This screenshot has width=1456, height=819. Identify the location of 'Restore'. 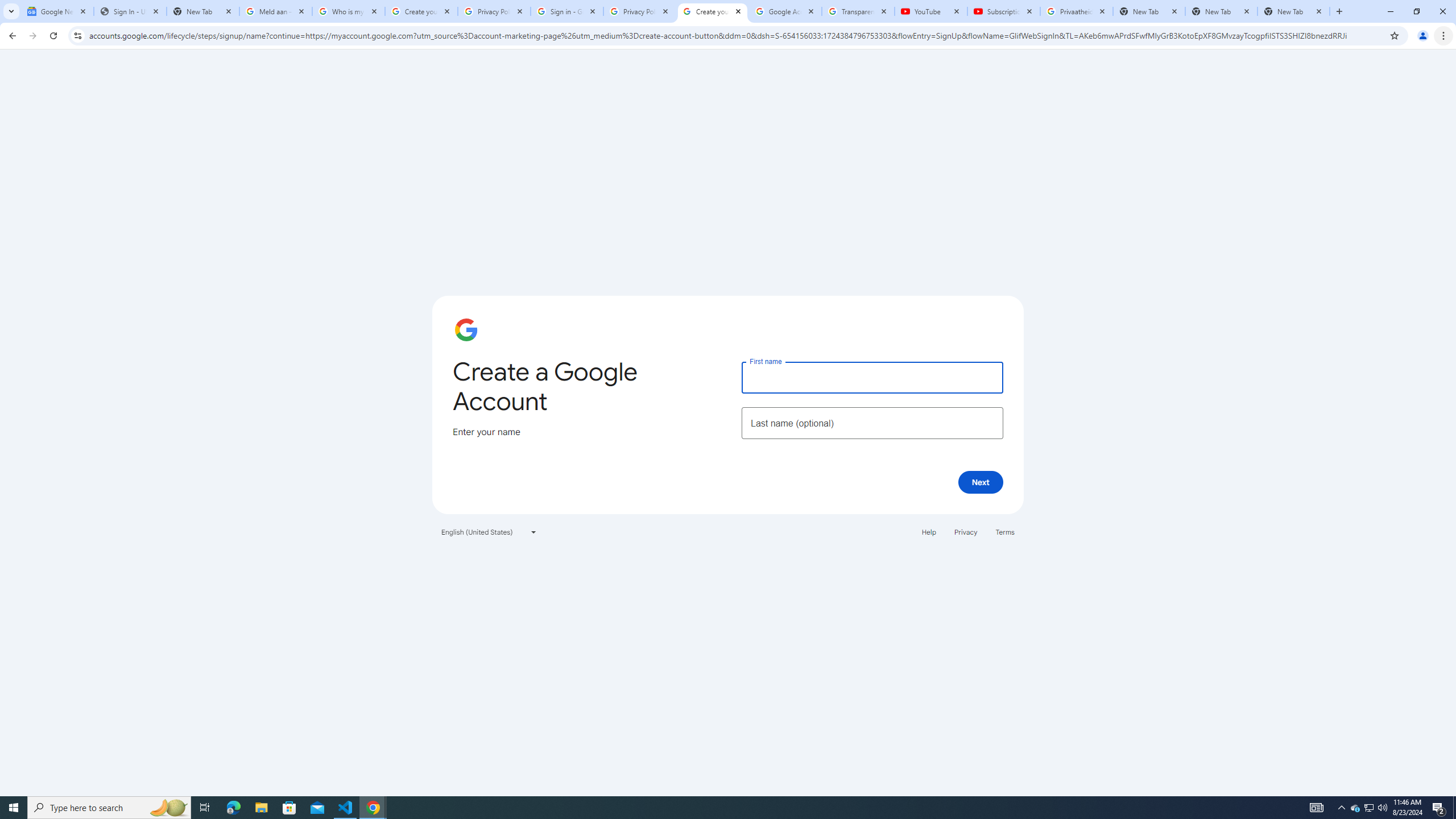
(1416, 11).